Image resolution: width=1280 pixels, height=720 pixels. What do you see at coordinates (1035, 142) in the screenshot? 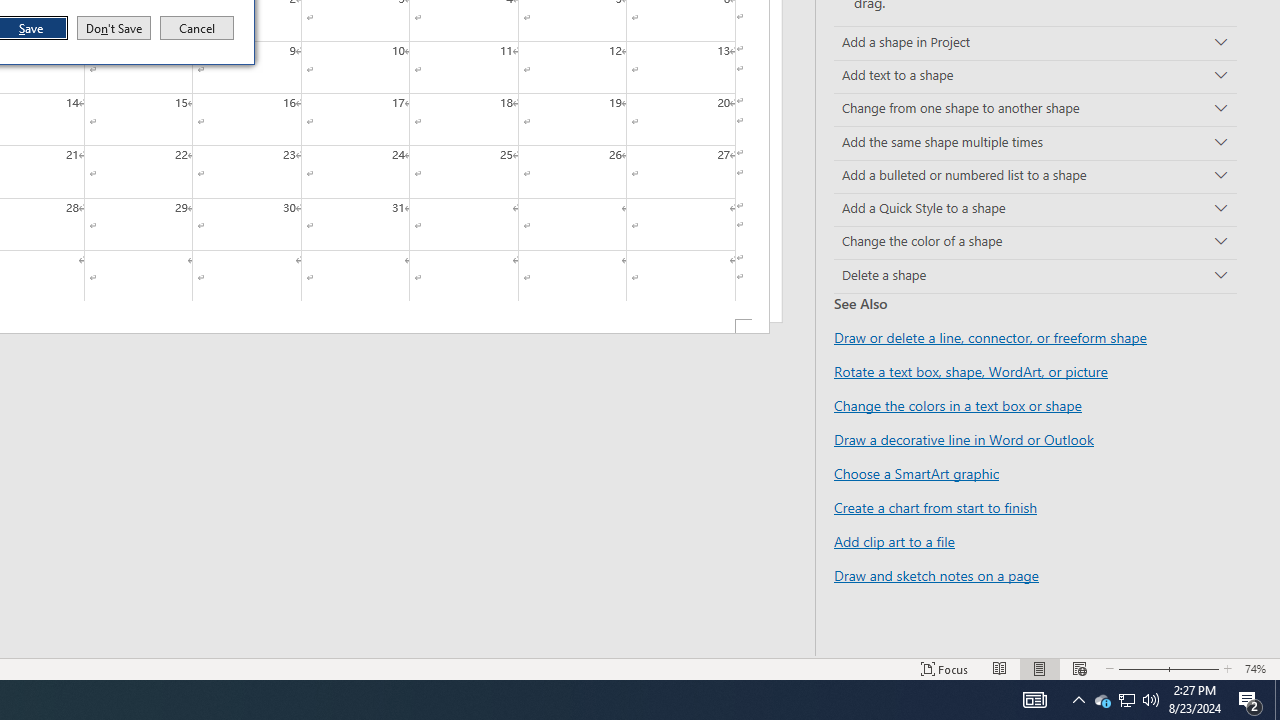
I see `'Add the same shape multiple times'` at bounding box center [1035, 142].